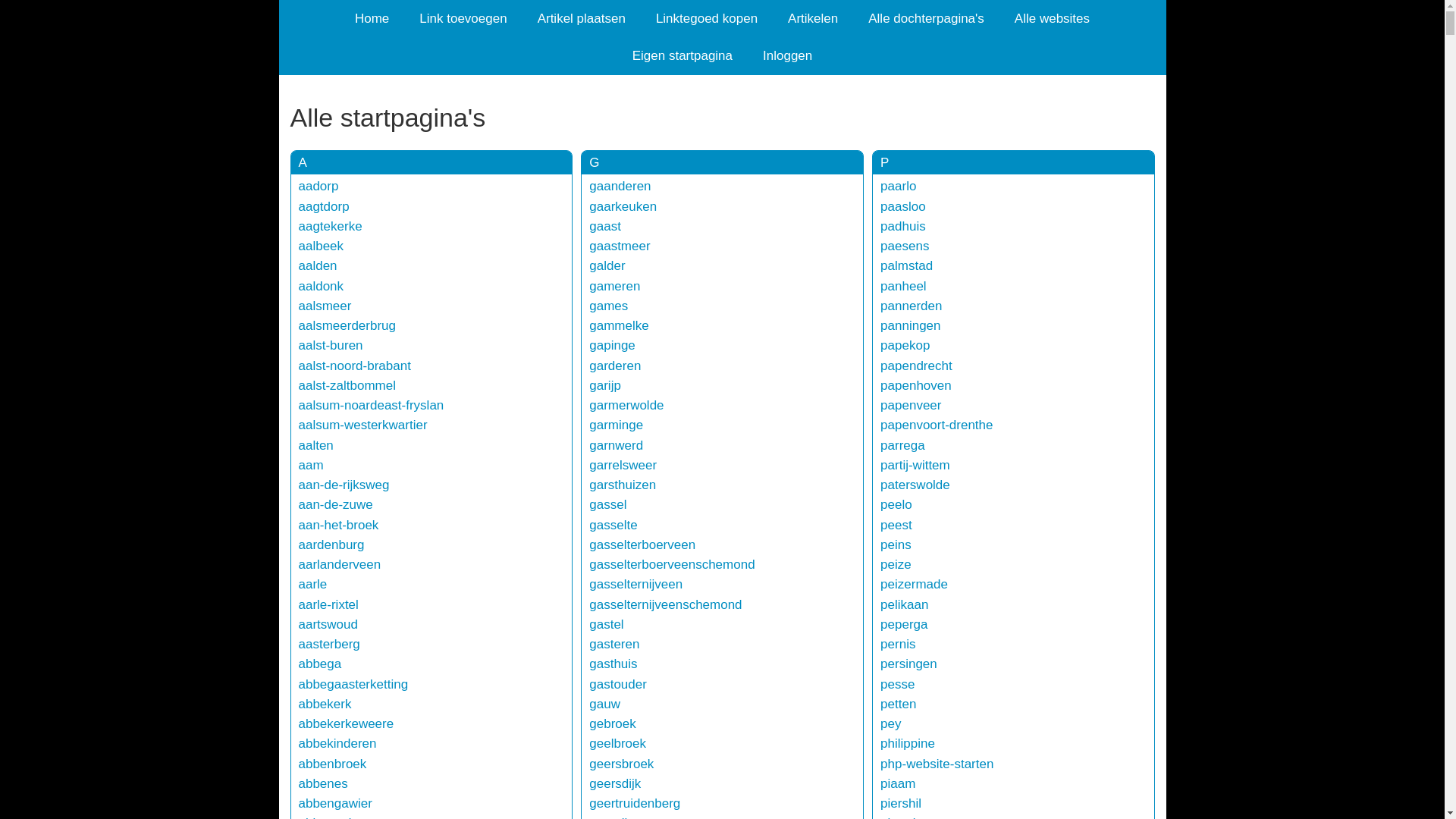  Describe the element at coordinates (347, 325) in the screenshot. I see `'aalsmeerderbrug'` at that location.